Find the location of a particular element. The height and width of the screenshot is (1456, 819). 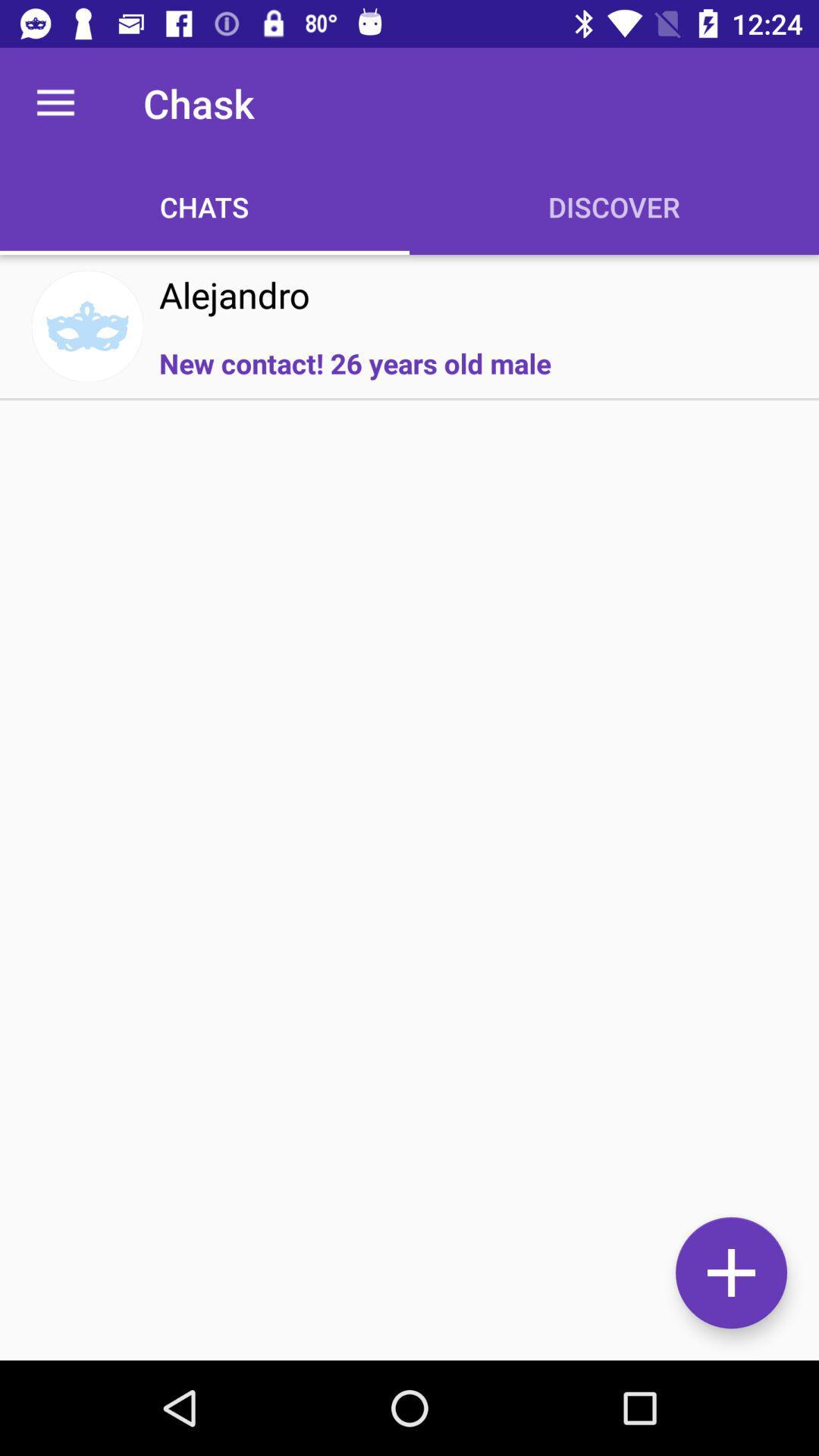

start new chat is located at coordinates (730, 1272).